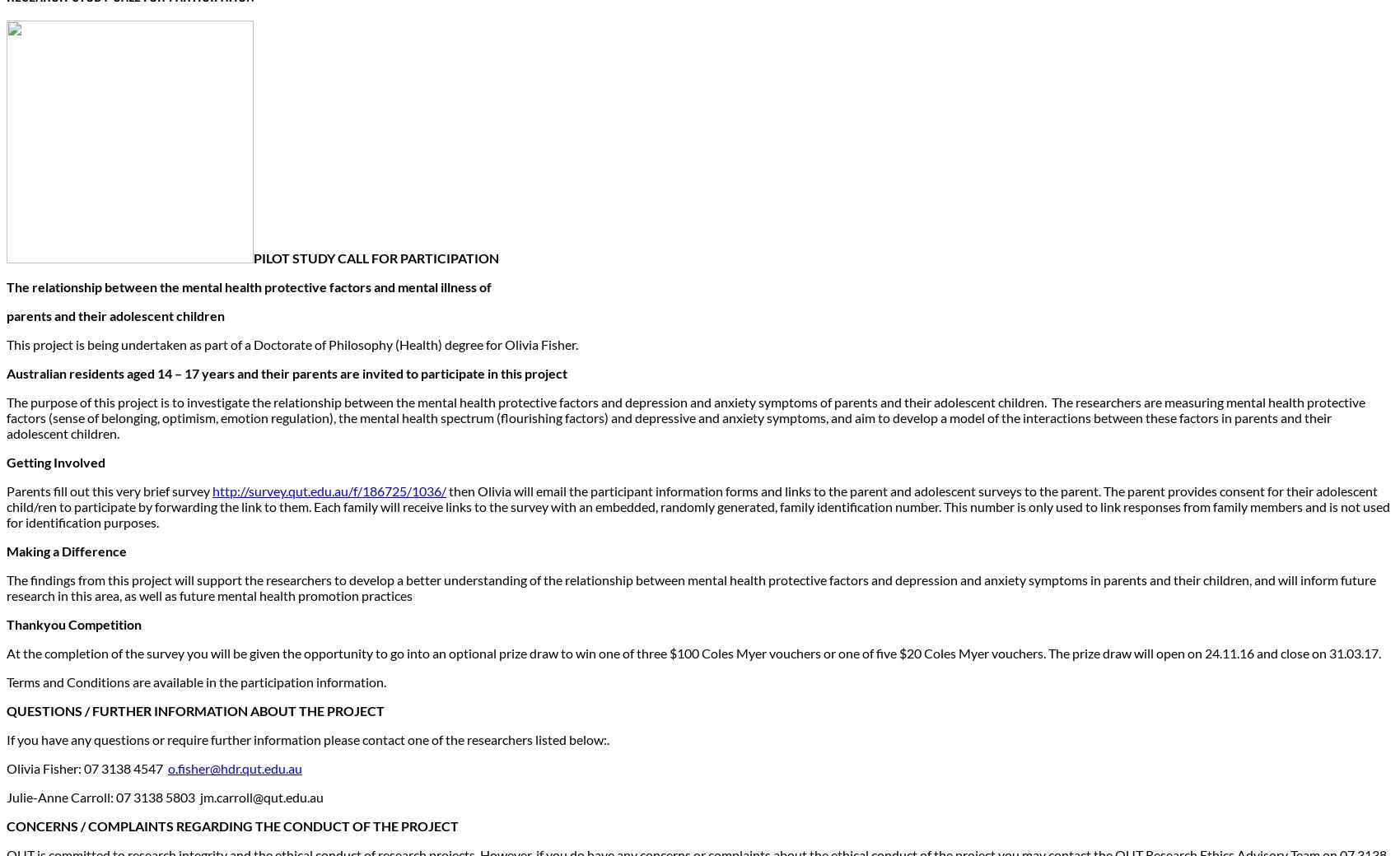  What do you see at coordinates (235, 768) in the screenshot?
I see `'o.fisher@hdr.qut.edu.au'` at bounding box center [235, 768].